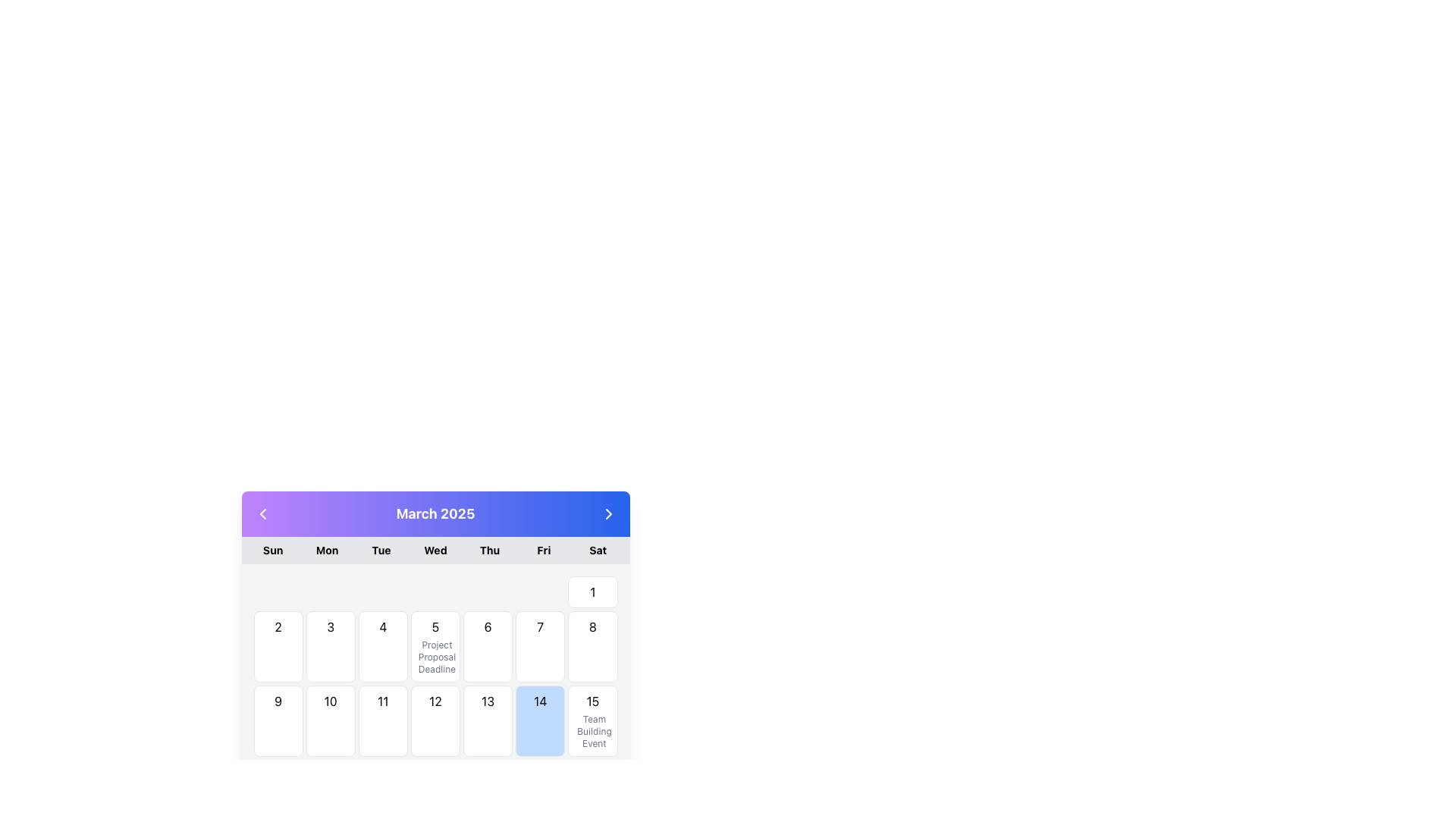 The image size is (1456, 819). I want to click on calendar date marked by the small, circular dot located over the number '4' in the calendar grid, so click(383, 591).